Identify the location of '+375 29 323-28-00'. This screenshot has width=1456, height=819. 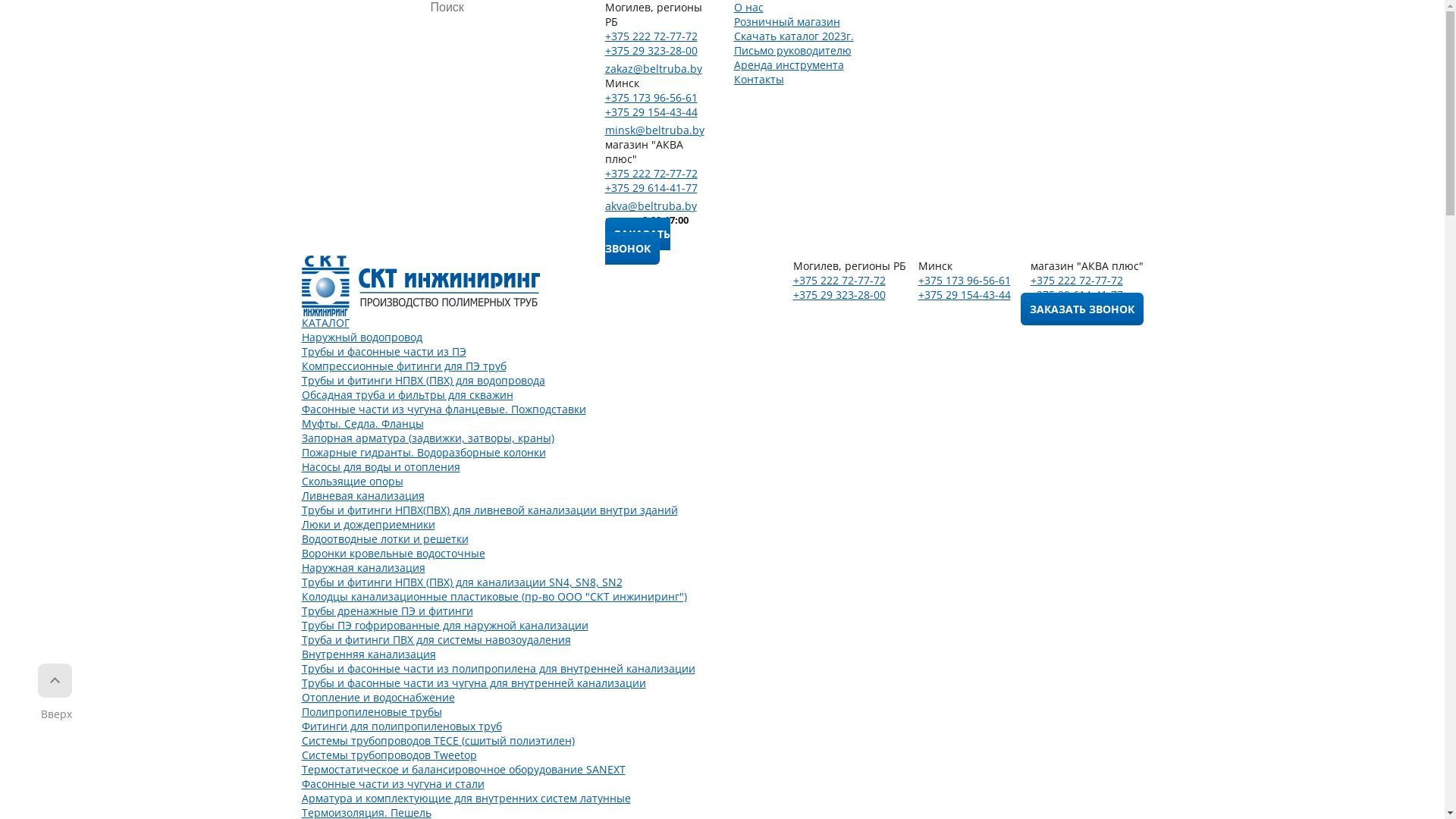
(604, 49).